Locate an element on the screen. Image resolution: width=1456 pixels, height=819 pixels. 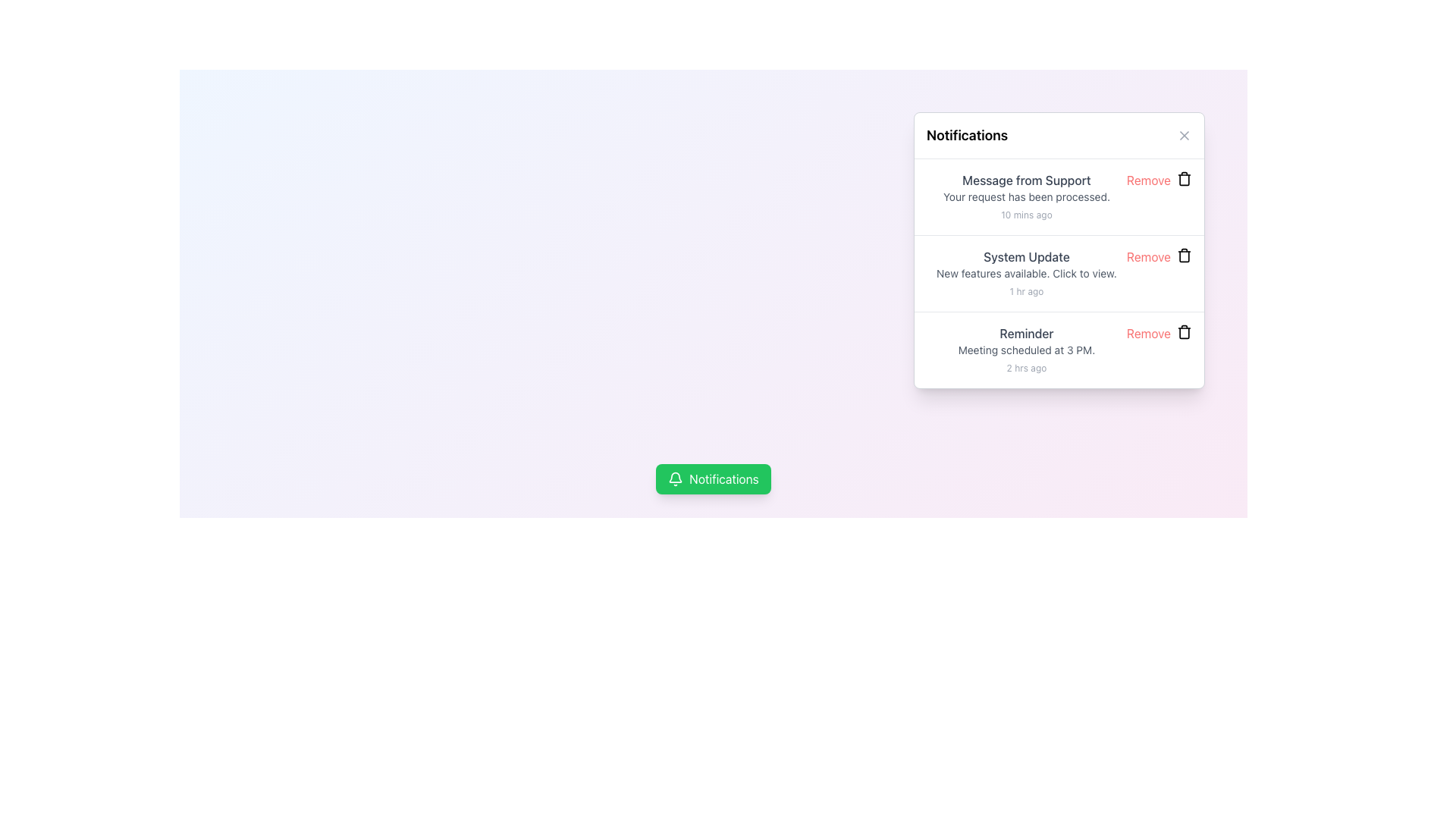
the small black trash can icon next to the 'Remove' text in the 'Message from Support' notification is located at coordinates (1183, 177).